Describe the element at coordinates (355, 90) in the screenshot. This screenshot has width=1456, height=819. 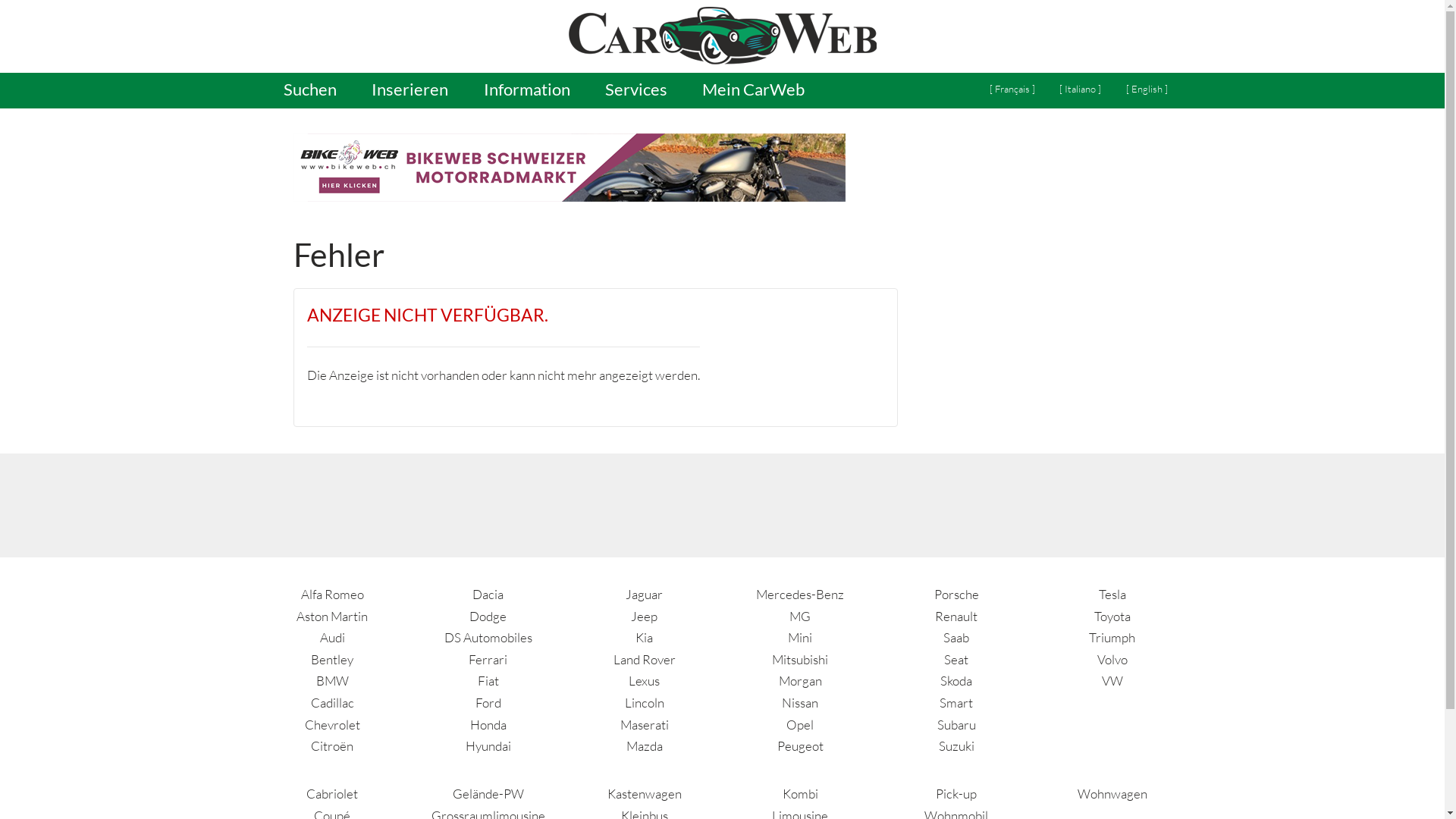
I see `'Inserieren'` at that location.